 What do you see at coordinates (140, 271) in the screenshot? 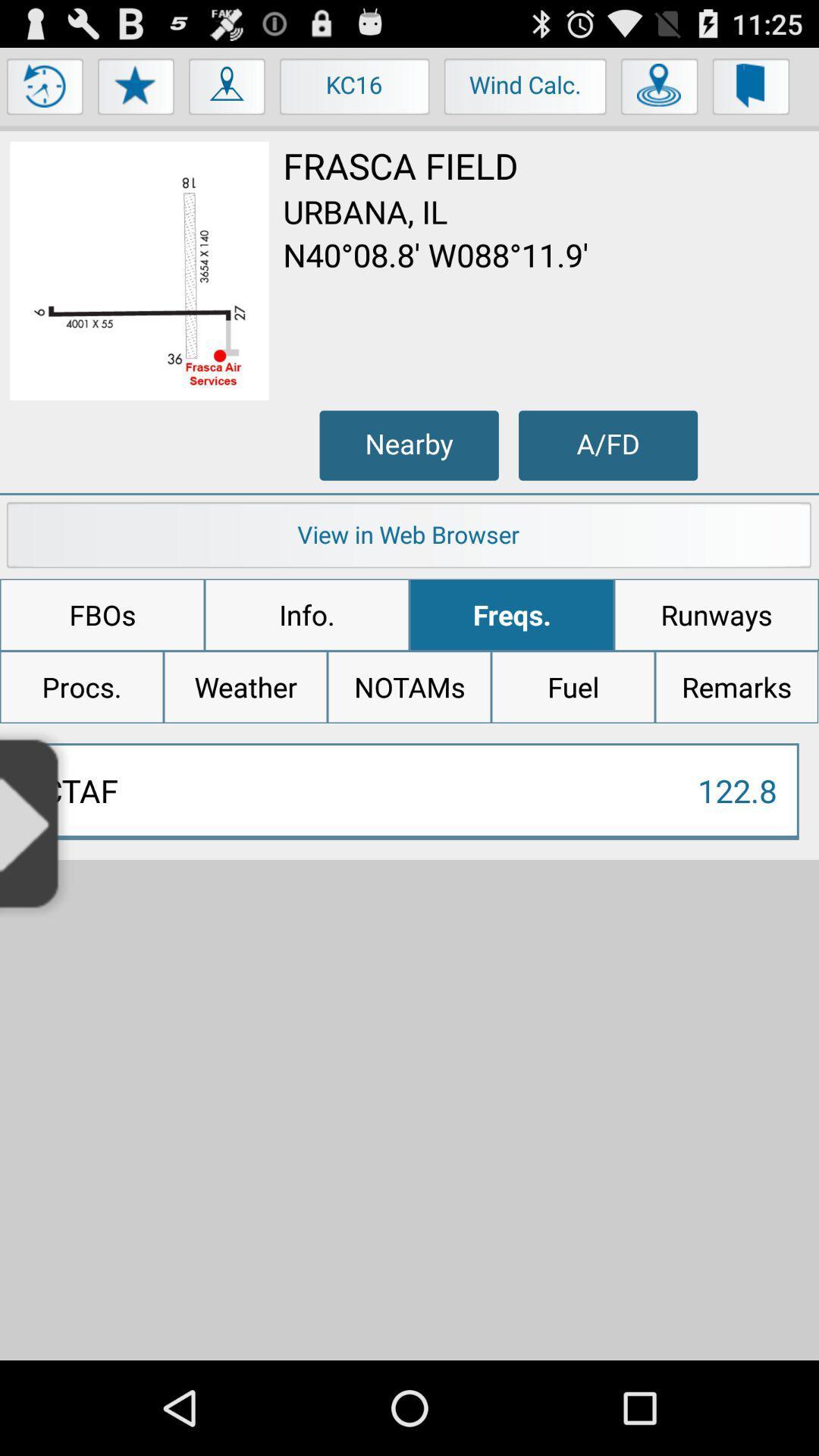
I see `map of airfield` at bounding box center [140, 271].